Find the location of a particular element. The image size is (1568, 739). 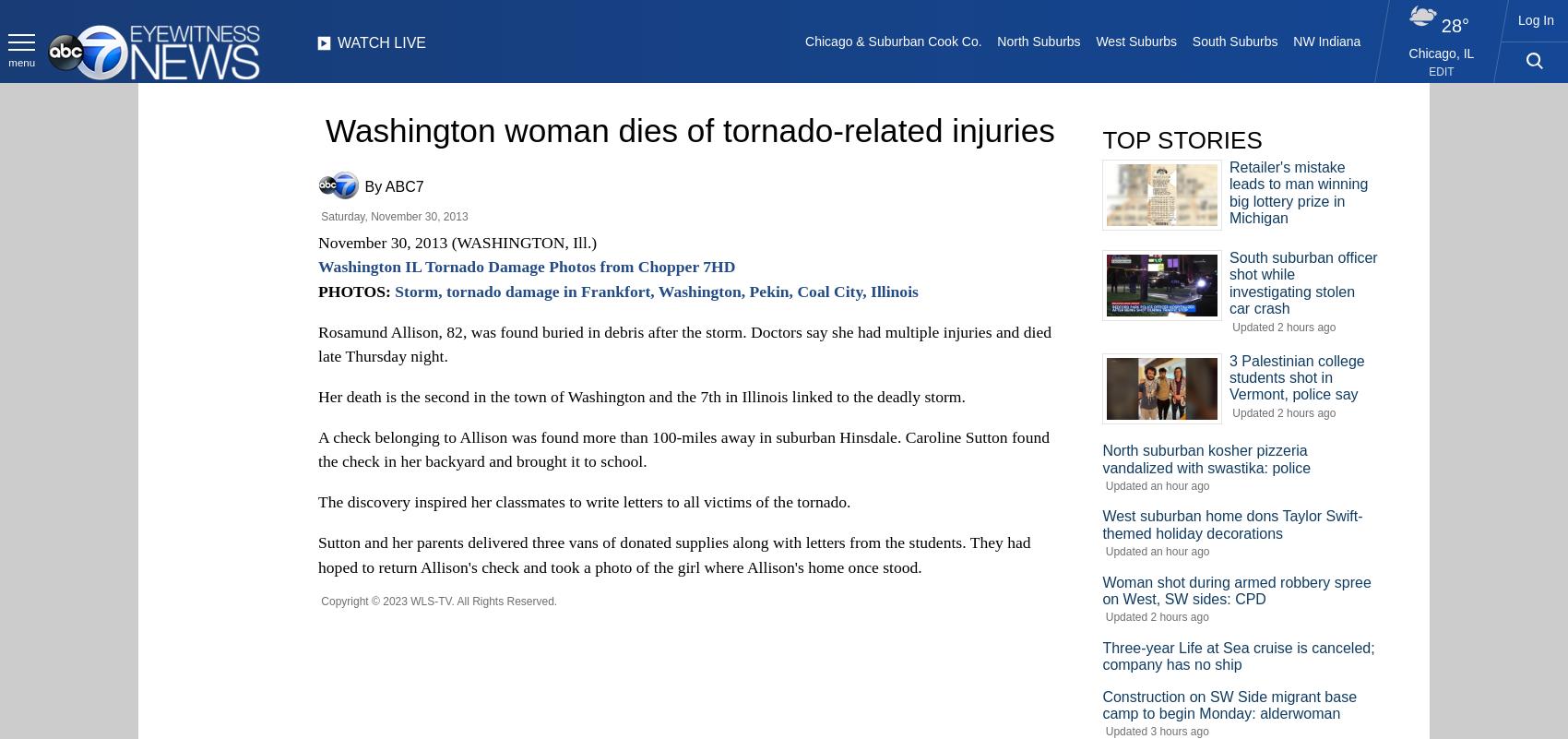

'Updated 3 hours ago' is located at coordinates (1155, 730).